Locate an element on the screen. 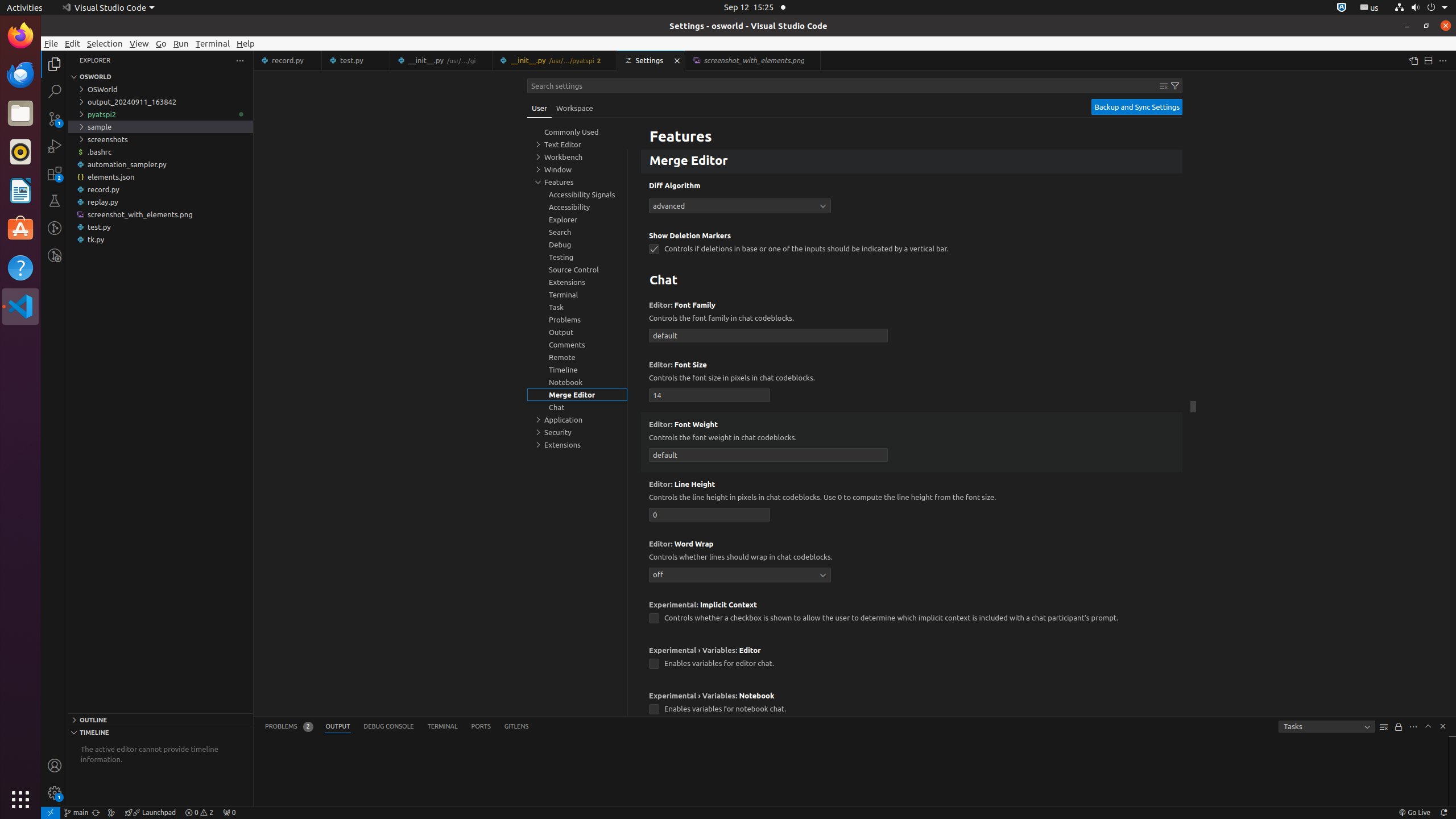 This screenshot has height=819, width=1456. 'Workbench, group' is located at coordinates (577, 156).